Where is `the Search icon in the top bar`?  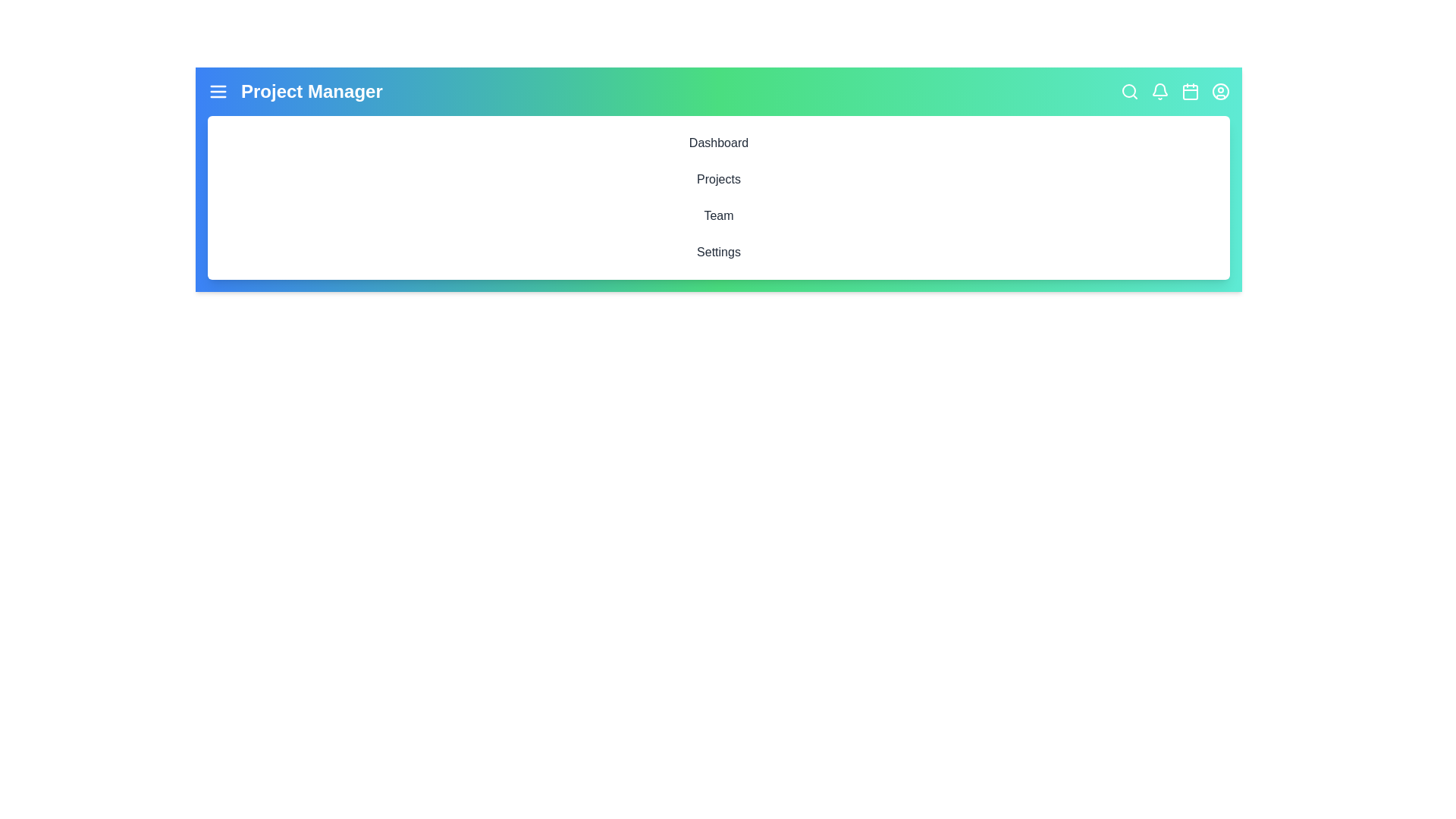
the Search icon in the top bar is located at coordinates (1129, 91).